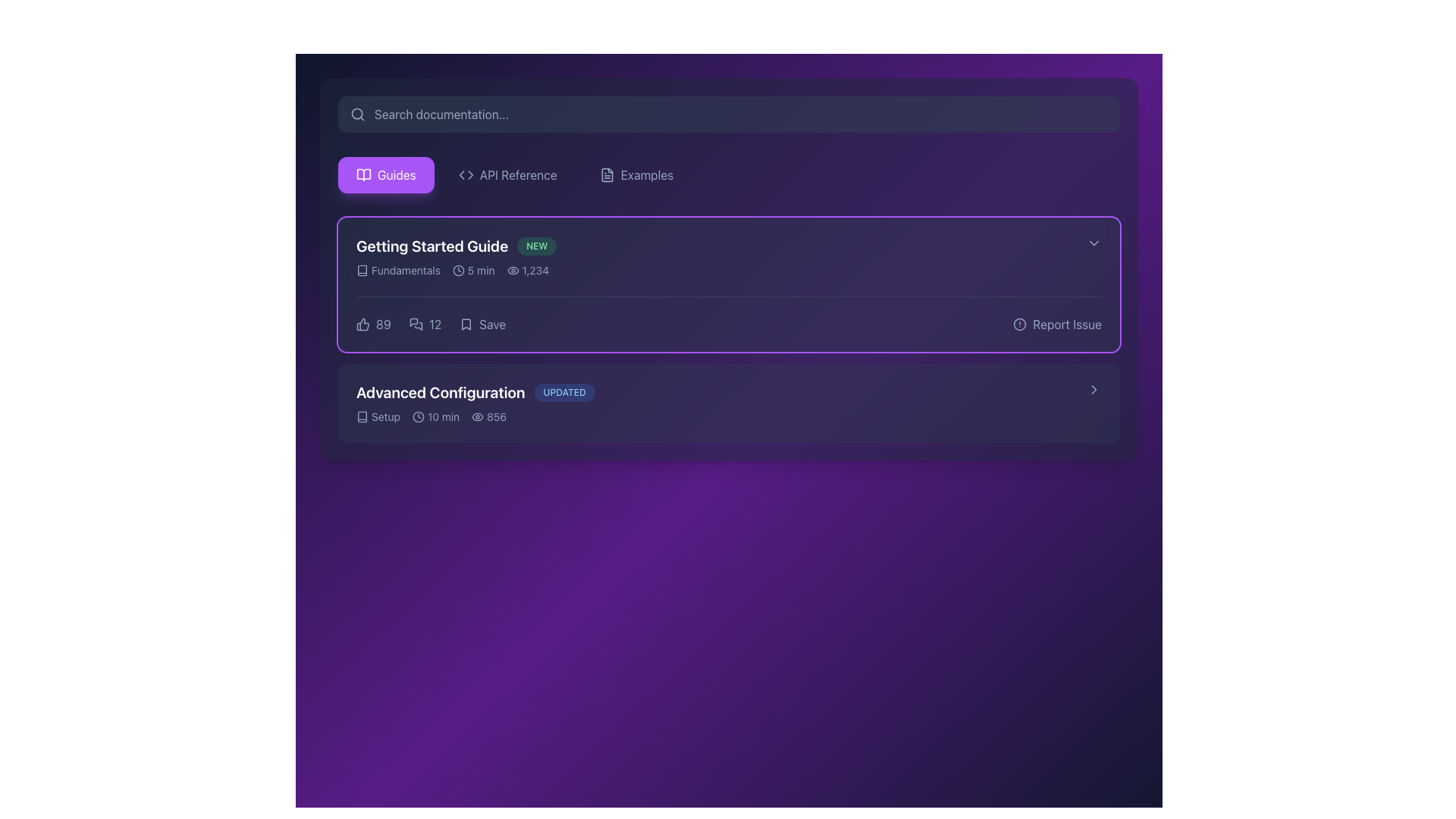 Image resolution: width=1456 pixels, height=819 pixels. Describe the element at coordinates (416, 324) in the screenshot. I see `the comments icon next to the number '12' in the 'Getting Started Guide' card` at that location.